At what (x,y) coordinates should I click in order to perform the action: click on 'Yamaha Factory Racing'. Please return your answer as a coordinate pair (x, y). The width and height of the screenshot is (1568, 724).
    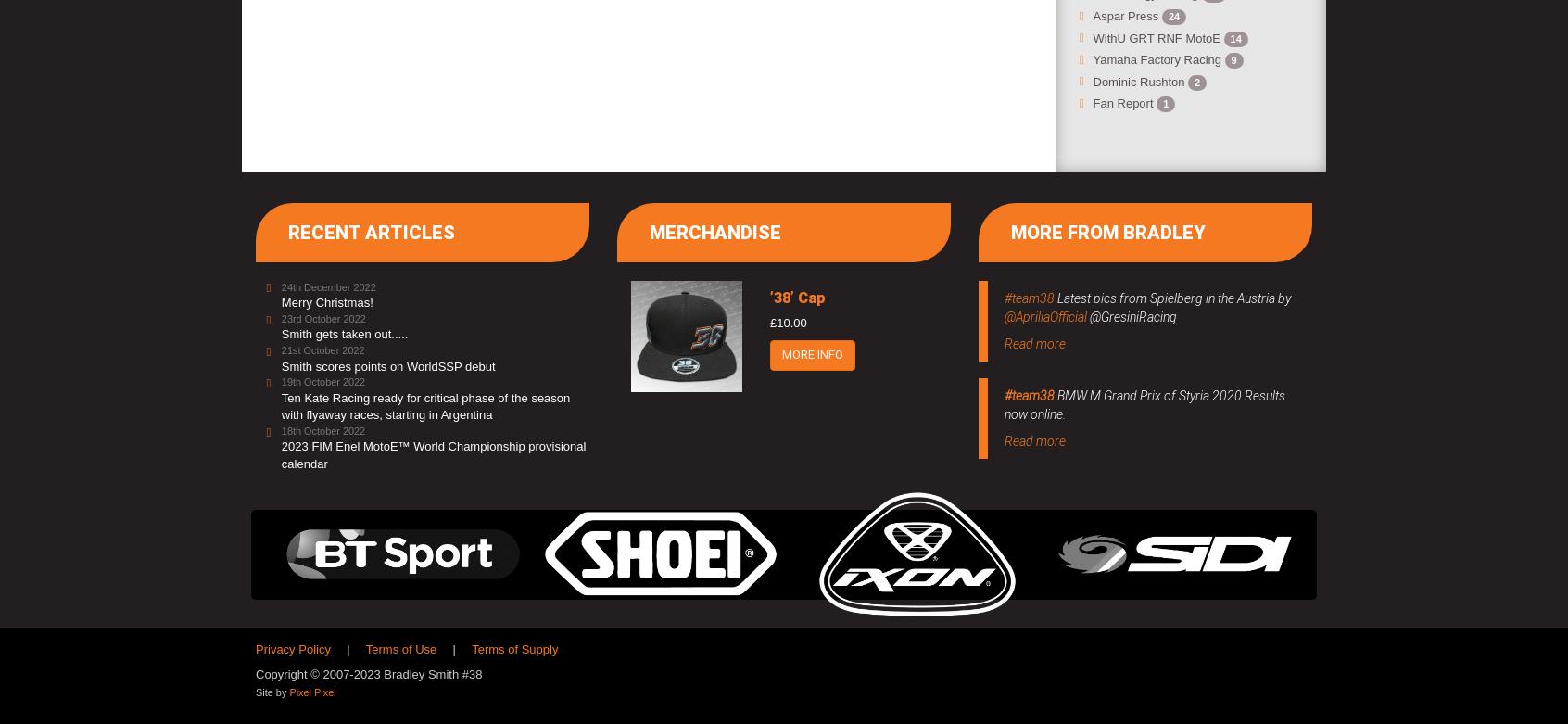
    Looking at the image, I should click on (1158, 59).